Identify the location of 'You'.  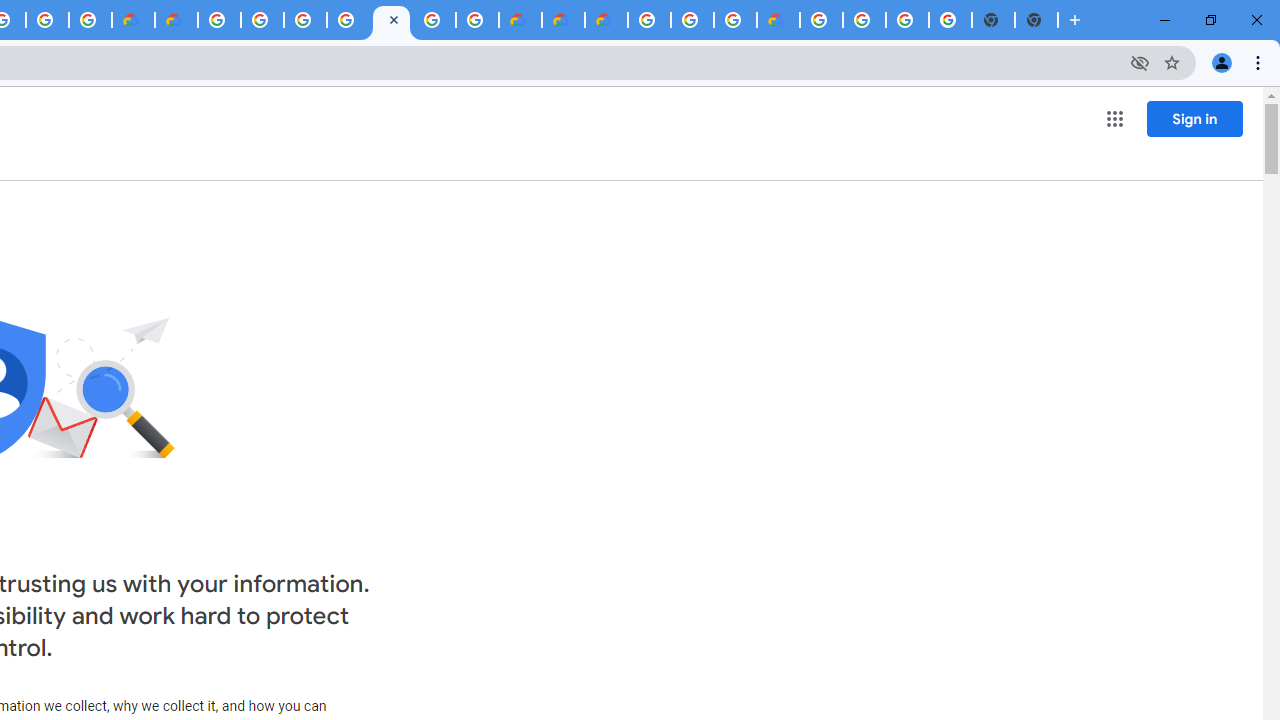
(1220, 61).